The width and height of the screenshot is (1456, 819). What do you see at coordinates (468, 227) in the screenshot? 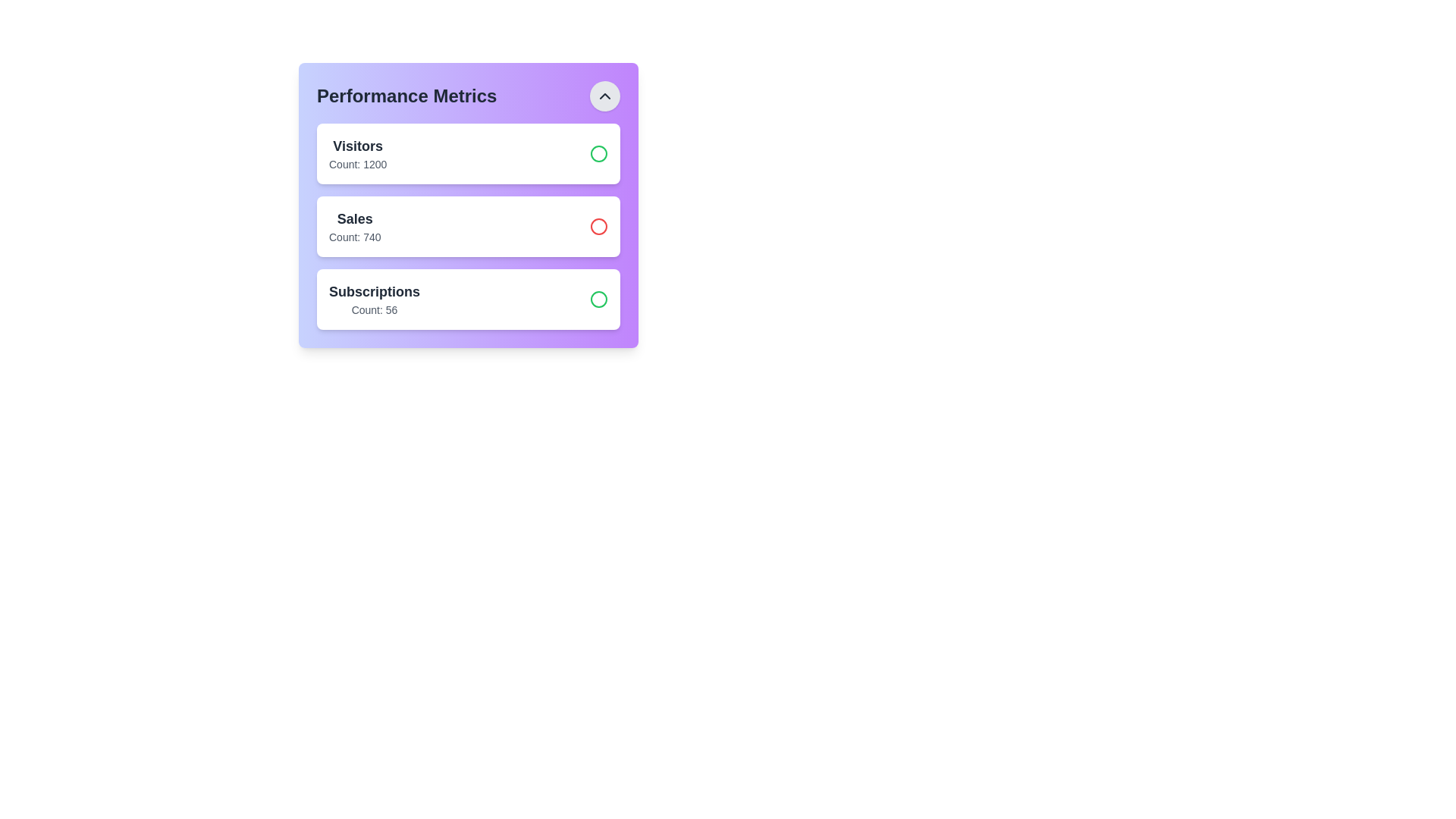
I see `the stat item for Sales` at bounding box center [468, 227].